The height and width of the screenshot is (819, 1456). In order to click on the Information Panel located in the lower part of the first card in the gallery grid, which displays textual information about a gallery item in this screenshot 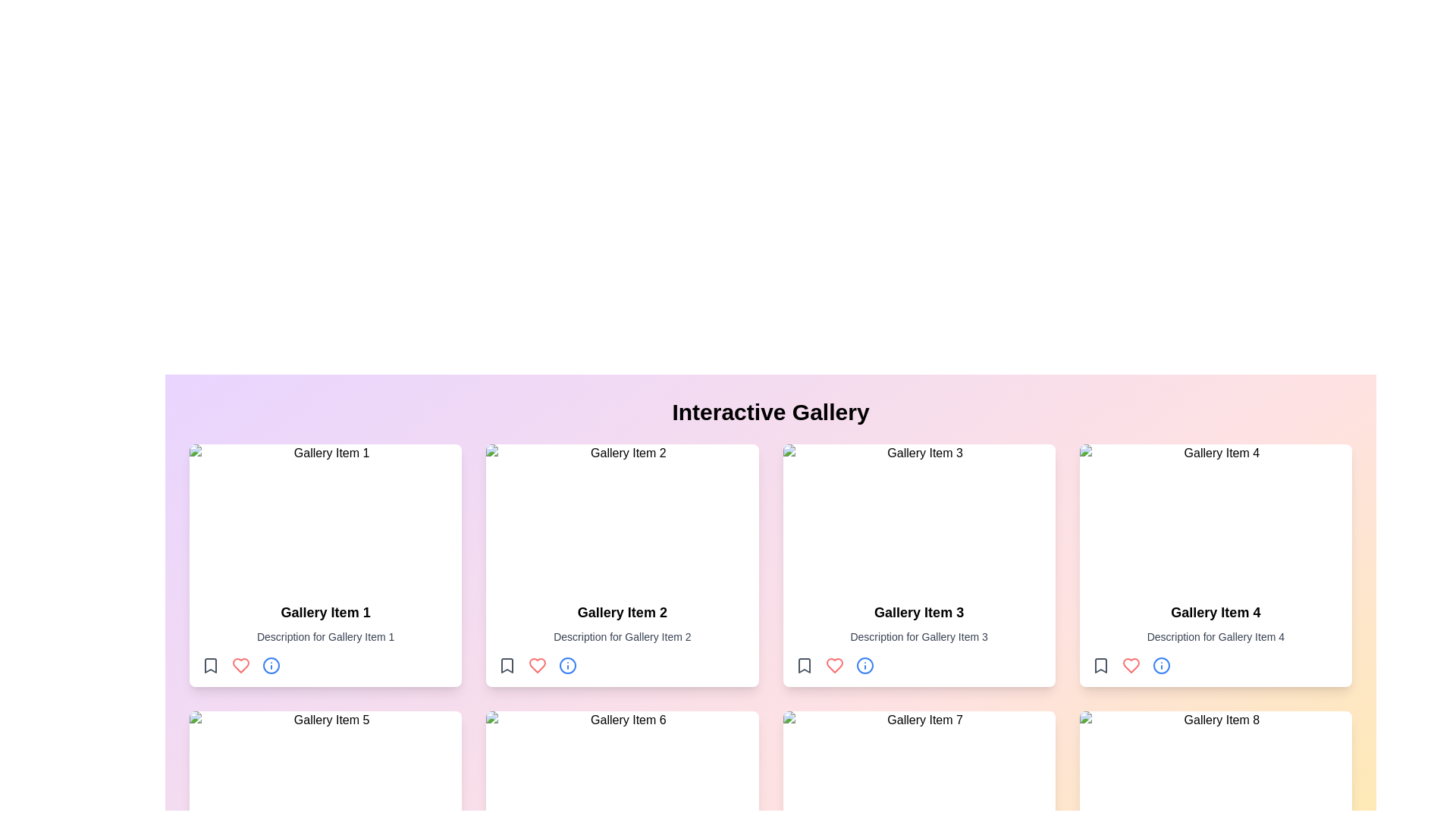, I will do `click(325, 638)`.